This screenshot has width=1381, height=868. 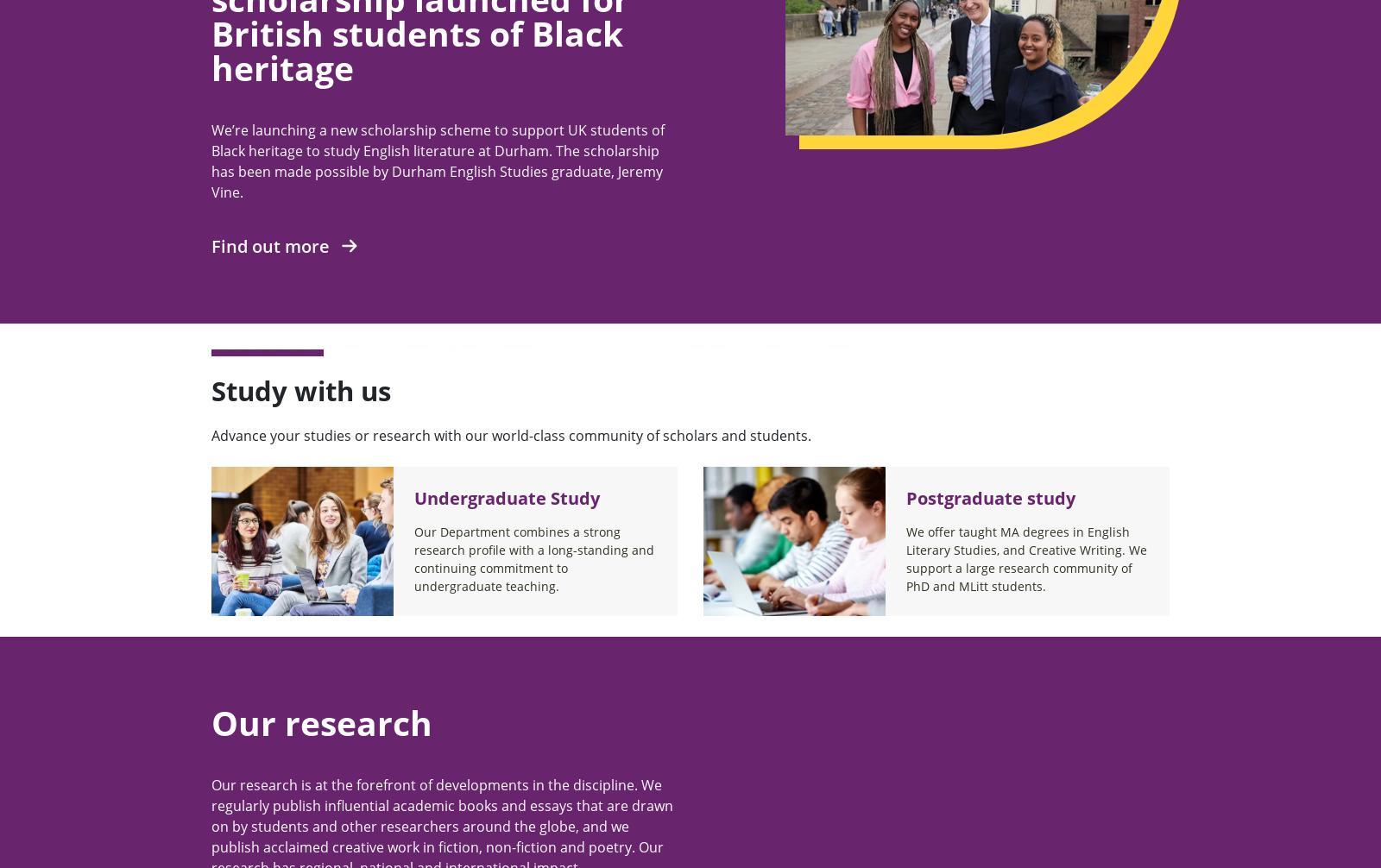 What do you see at coordinates (831, 318) in the screenshot?
I see `'Disclaimer'` at bounding box center [831, 318].